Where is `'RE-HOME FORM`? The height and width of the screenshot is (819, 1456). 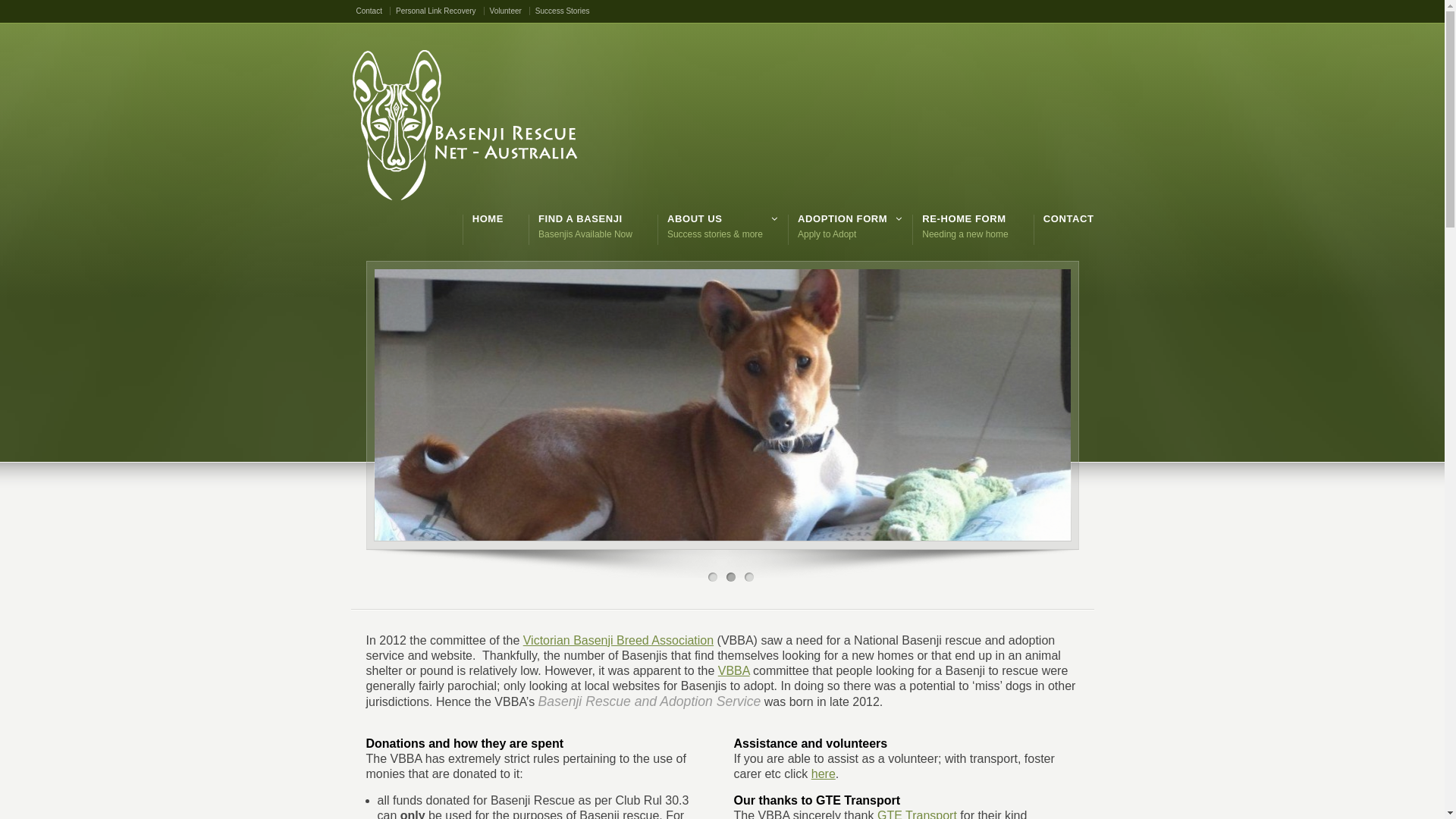
'RE-HOME FORM is located at coordinates (964, 225).